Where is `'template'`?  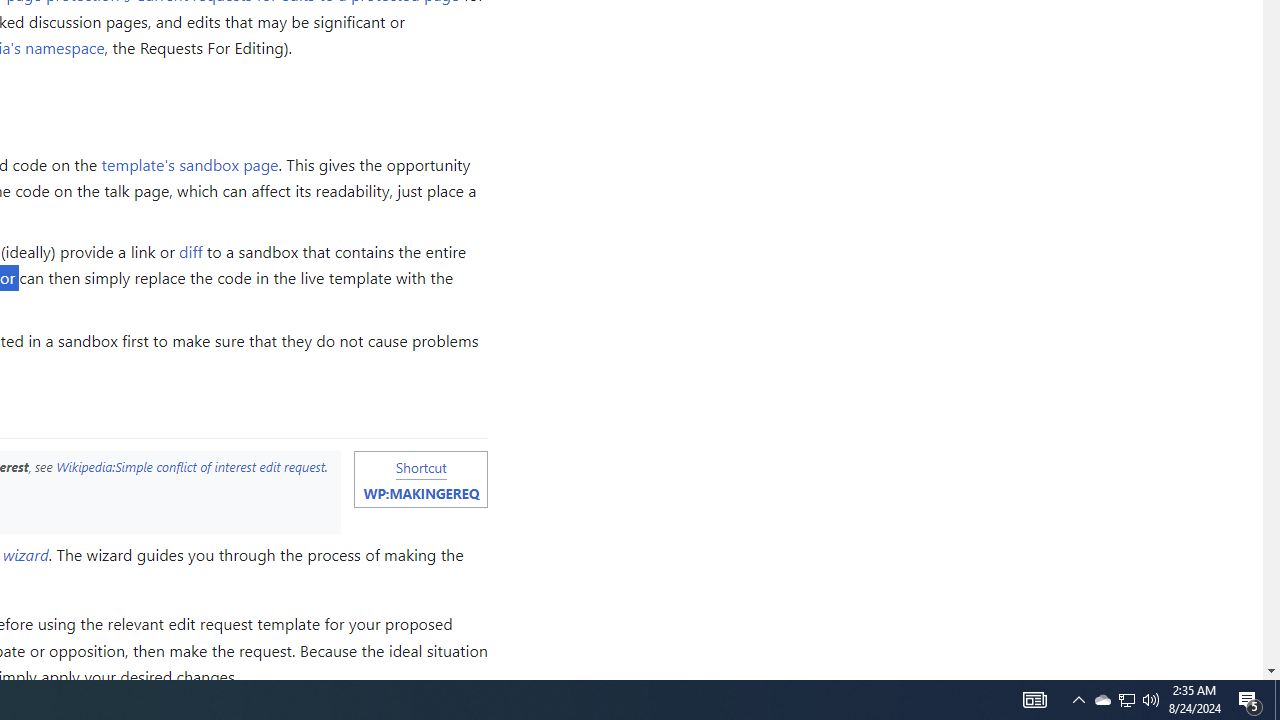
'template' is located at coordinates (190, 162).